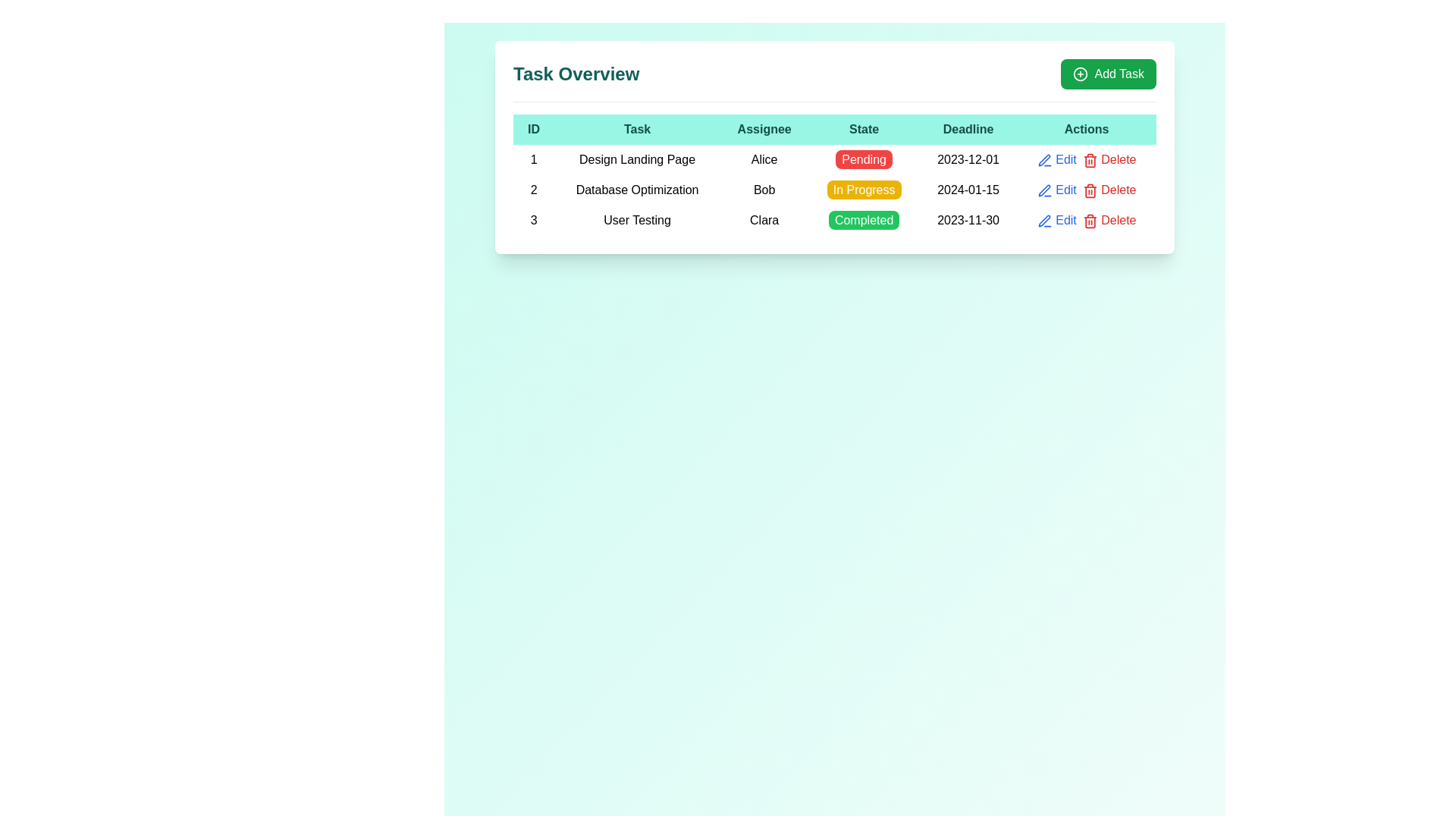  Describe the element at coordinates (764, 220) in the screenshot. I see `the non-interactive text label displaying 'Clara' in the third cell of the third row under the 'Assignee' column in the table` at that location.